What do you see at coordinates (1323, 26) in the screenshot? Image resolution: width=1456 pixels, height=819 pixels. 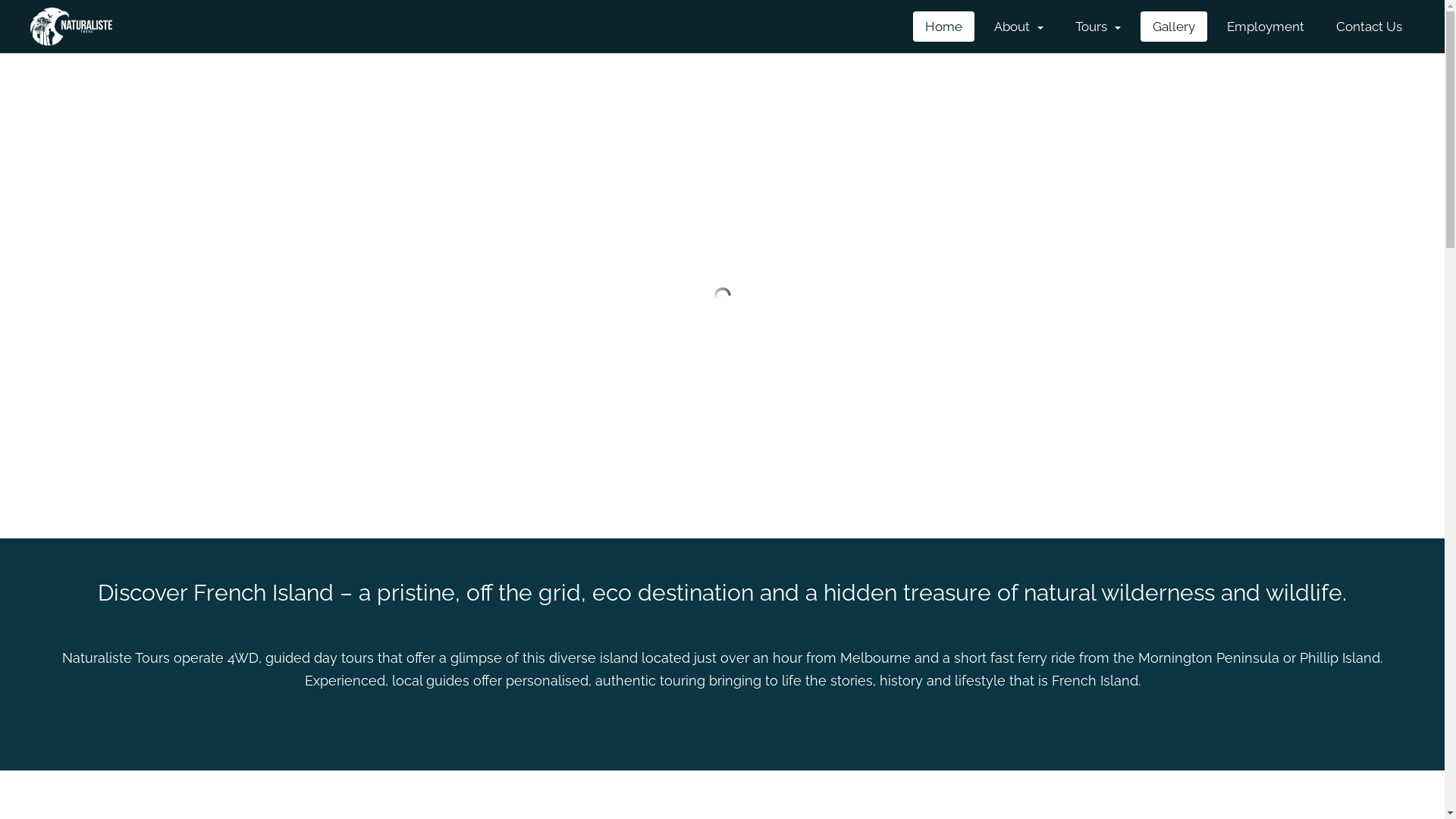 I see `'Contact Us'` at bounding box center [1323, 26].